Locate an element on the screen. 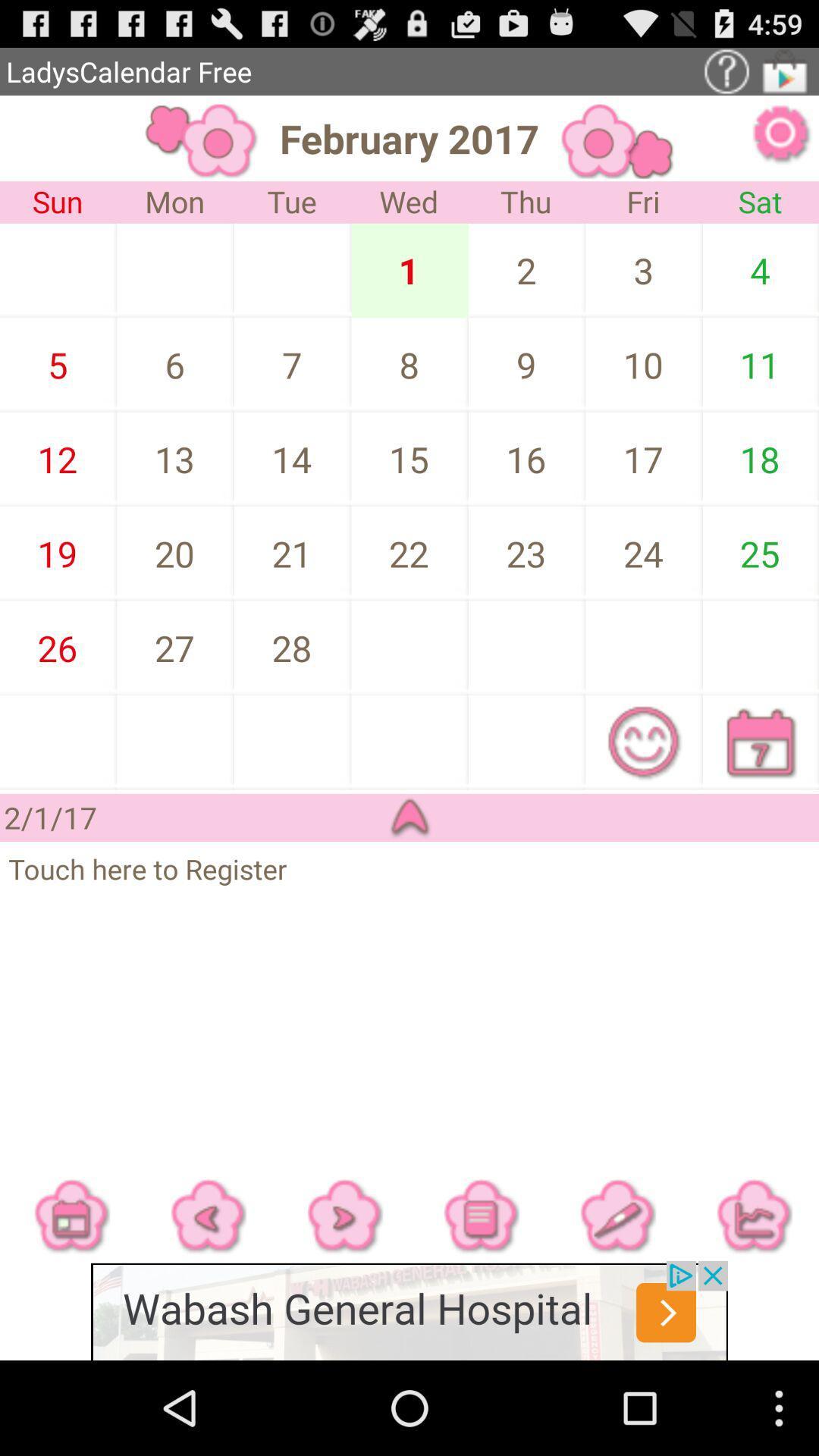  the settings icon is located at coordinates (780, 143).